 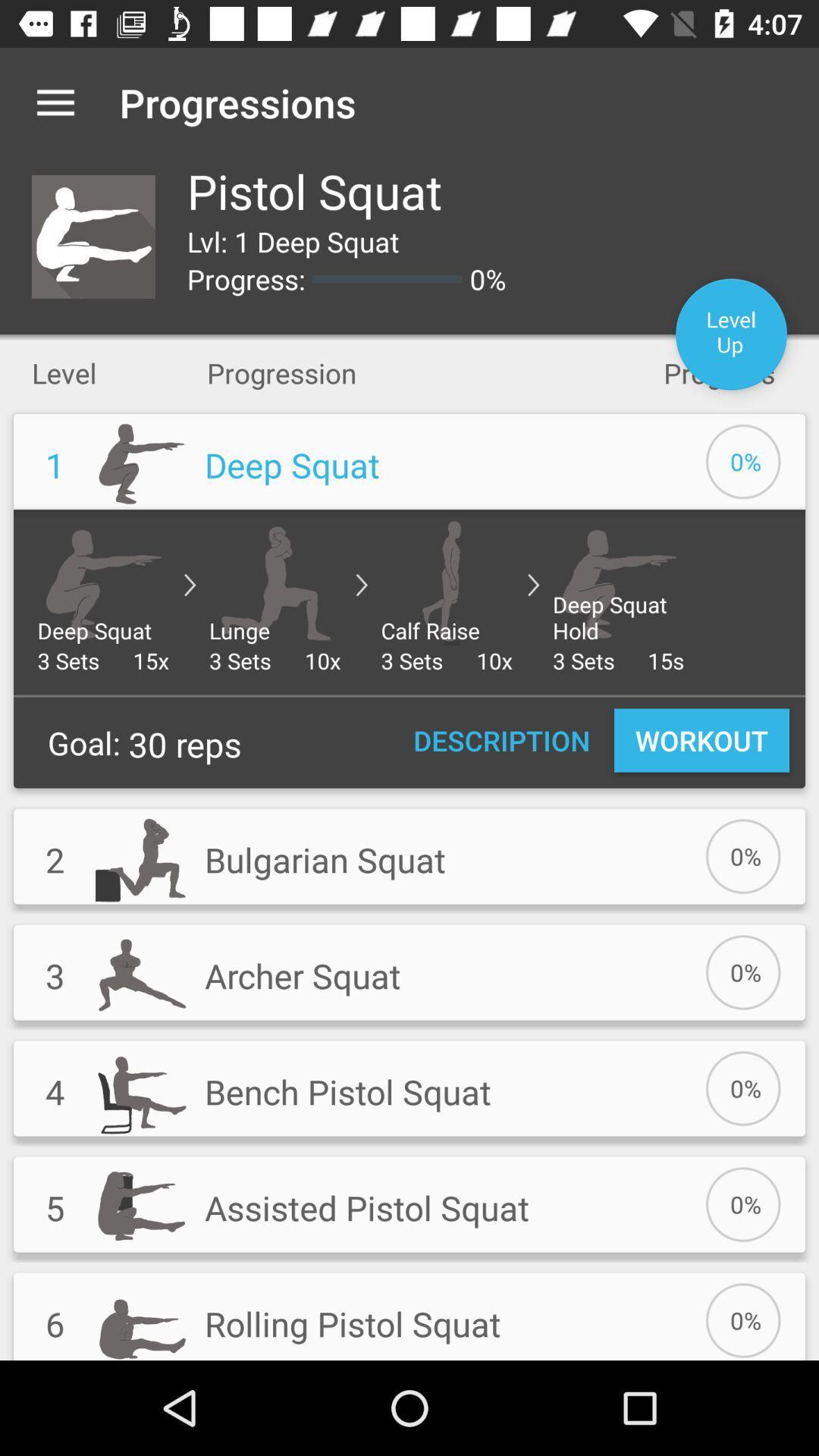 What do you see at coordinates (701, 740) in the screenshot?
I see `the item next to description item` at bounding box center [701, 740].